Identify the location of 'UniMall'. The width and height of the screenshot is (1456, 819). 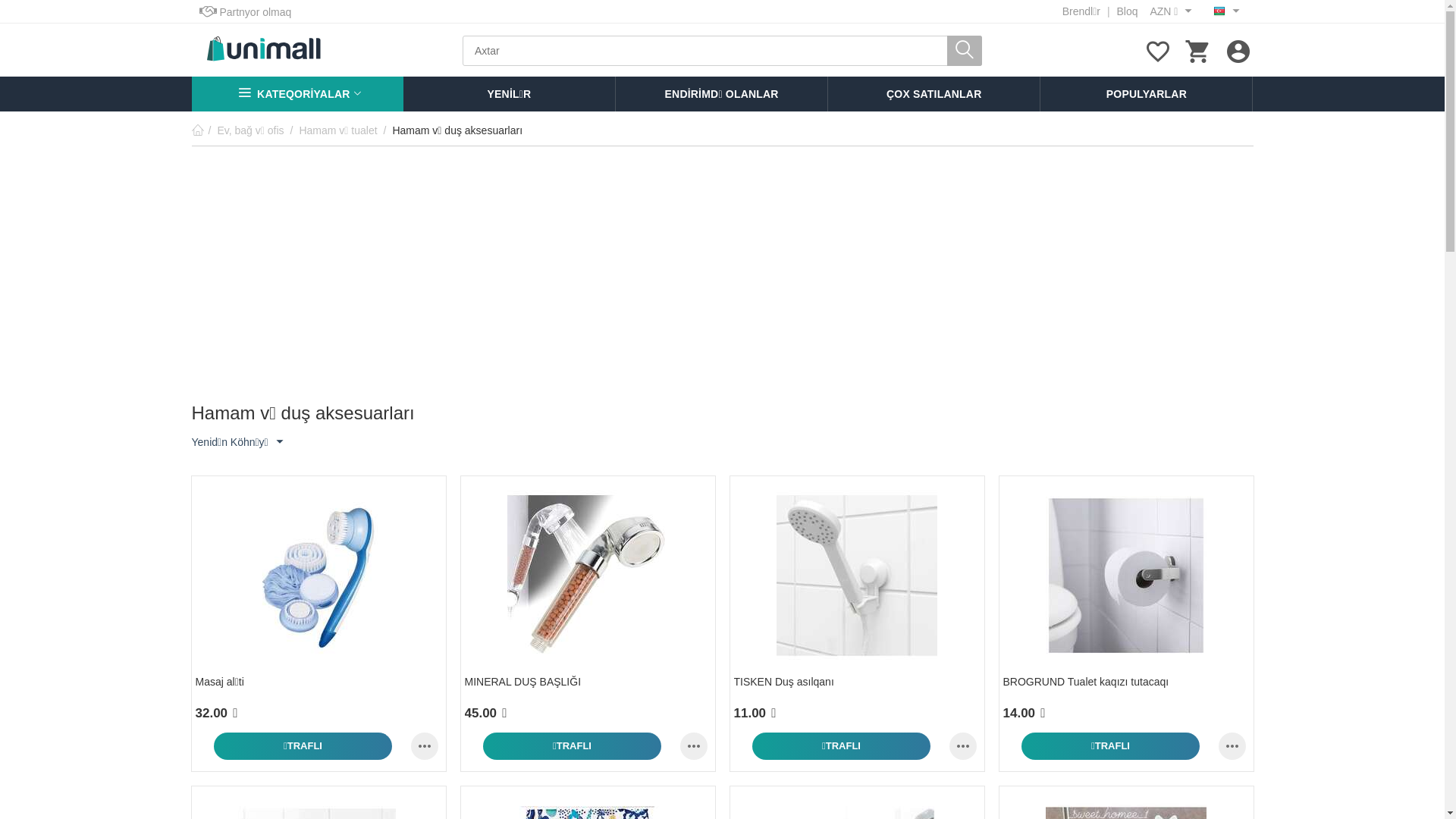
(262, 48).